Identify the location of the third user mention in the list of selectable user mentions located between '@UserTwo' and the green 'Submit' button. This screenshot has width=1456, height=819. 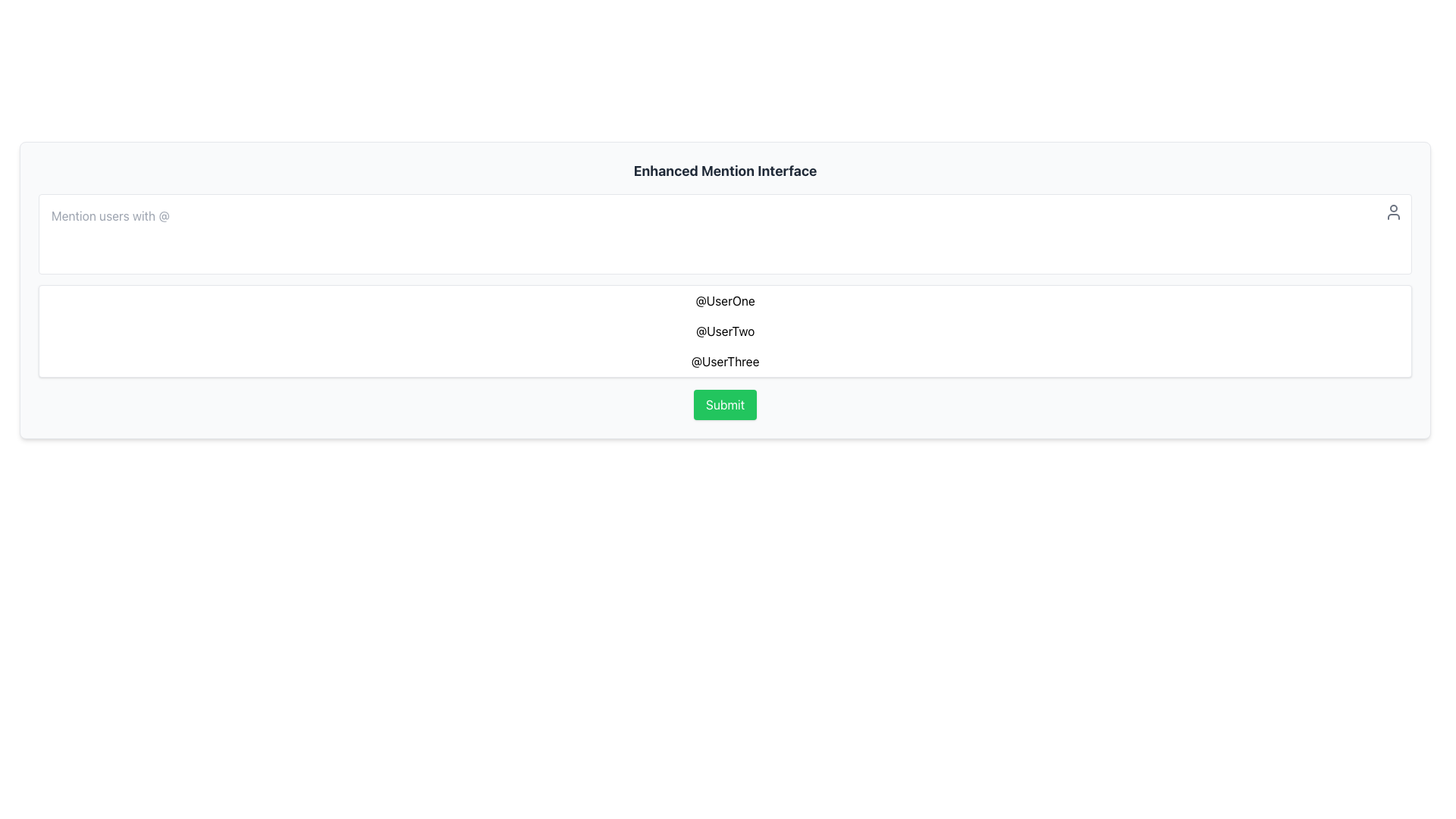
(724, 362).